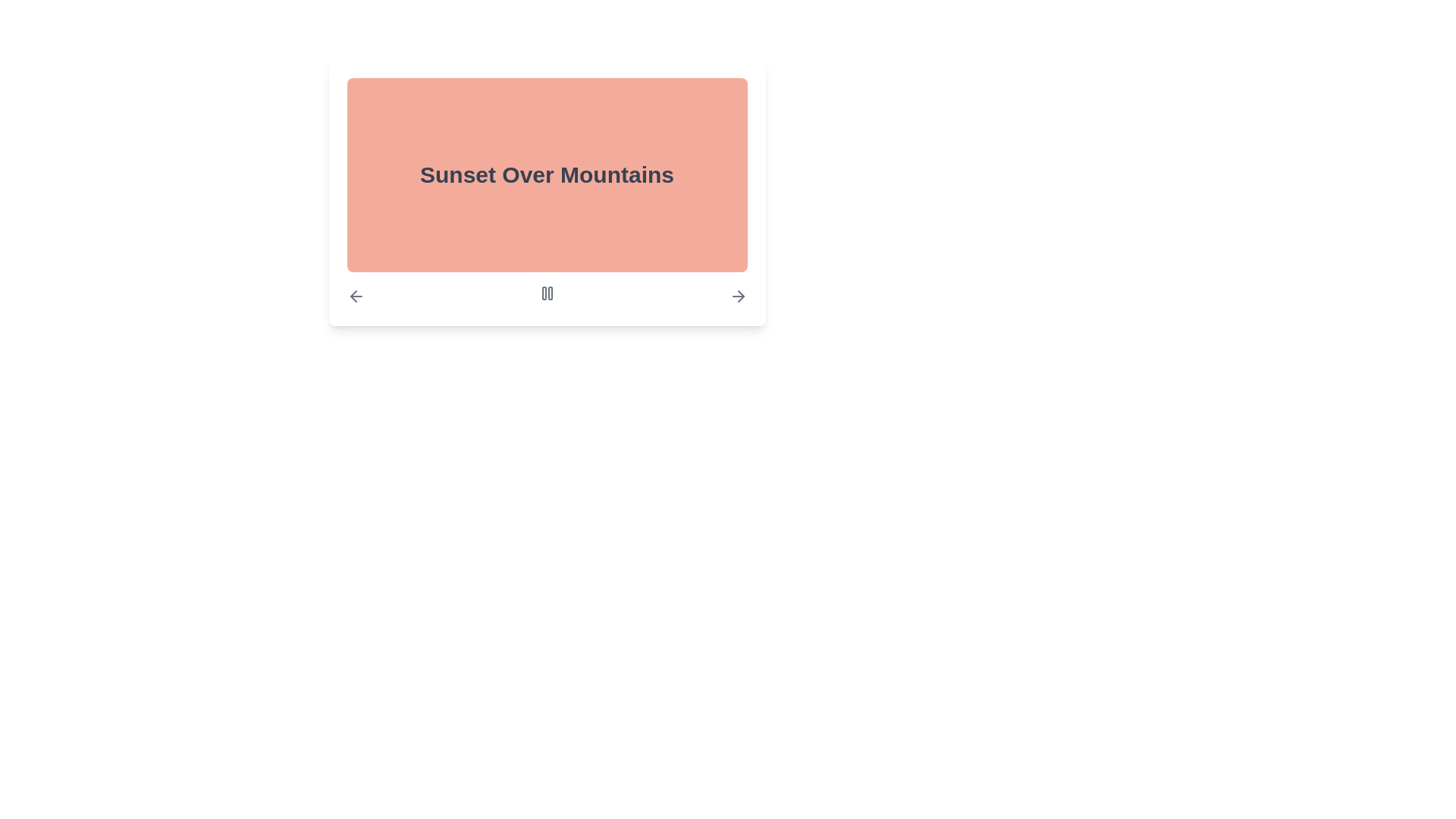 The width and height of the screenshot is (1456, 819). Describe the element at coordinates (546, 293) in the screenshot. I see `the compact control button located centrally below the 'Sunset Over Mountains' section, which features a pause symbol icon and changes color upon hover` at that location.